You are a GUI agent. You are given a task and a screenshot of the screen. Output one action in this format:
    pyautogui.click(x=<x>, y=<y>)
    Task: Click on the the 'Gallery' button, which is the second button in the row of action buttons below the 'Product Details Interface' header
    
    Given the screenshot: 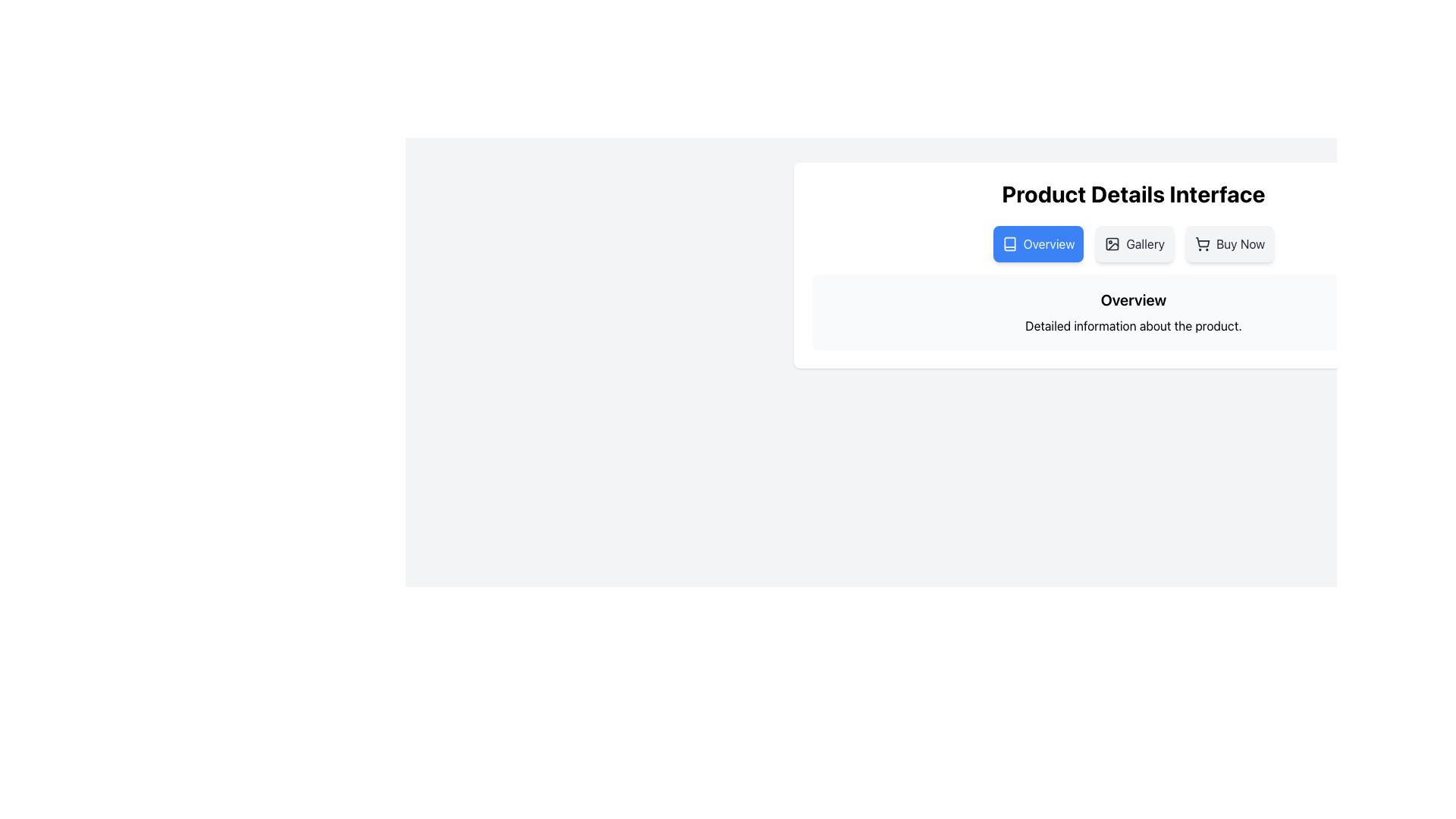 What is the action you would take?
    pyautogui.click(x=1145, y=243)
    